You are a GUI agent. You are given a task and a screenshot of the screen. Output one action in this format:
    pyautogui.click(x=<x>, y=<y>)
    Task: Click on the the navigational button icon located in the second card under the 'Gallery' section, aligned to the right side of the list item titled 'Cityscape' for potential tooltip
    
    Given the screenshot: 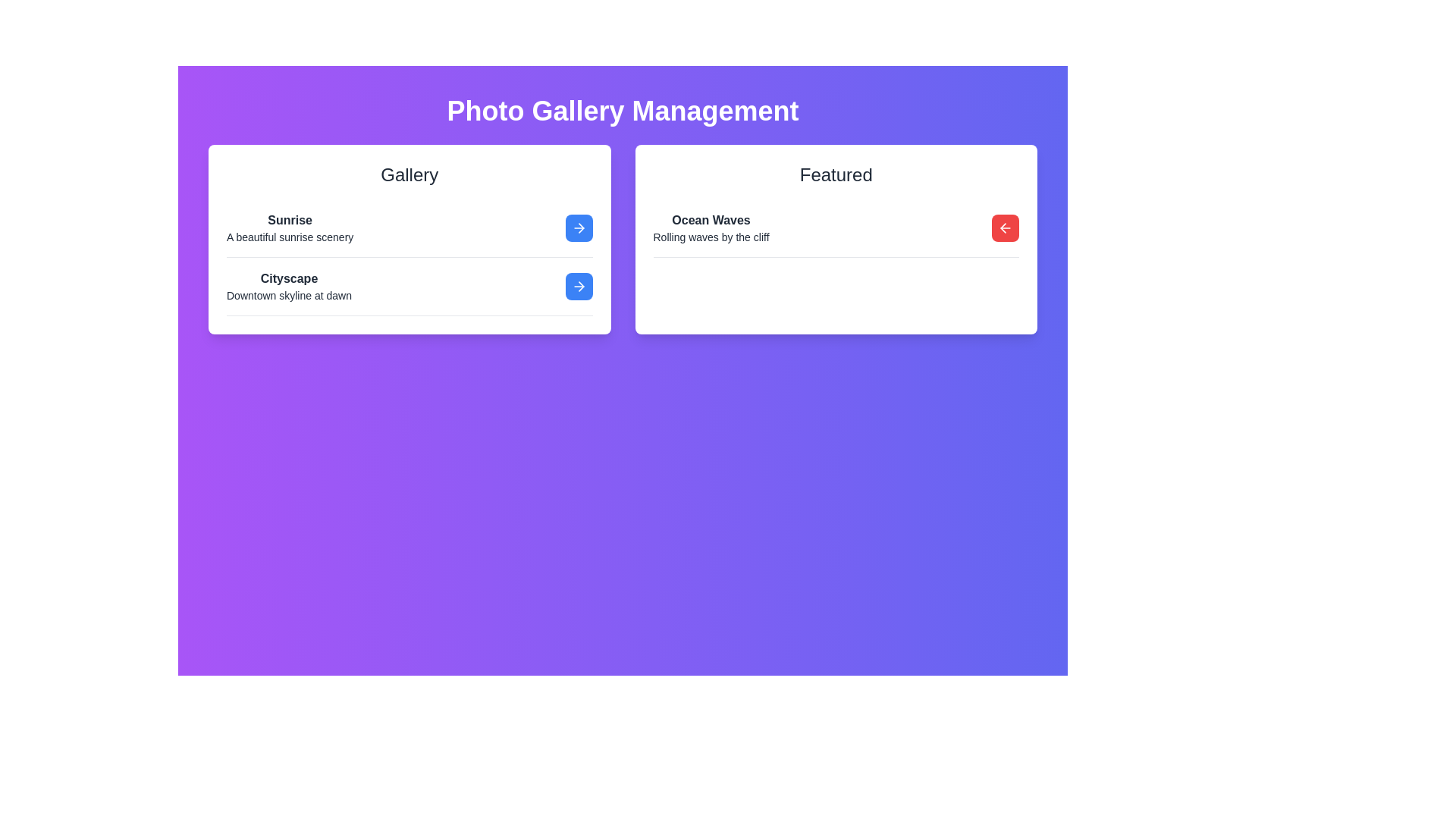 What is the action you would take?
    pyautogui.click(x=580, y=287)
    